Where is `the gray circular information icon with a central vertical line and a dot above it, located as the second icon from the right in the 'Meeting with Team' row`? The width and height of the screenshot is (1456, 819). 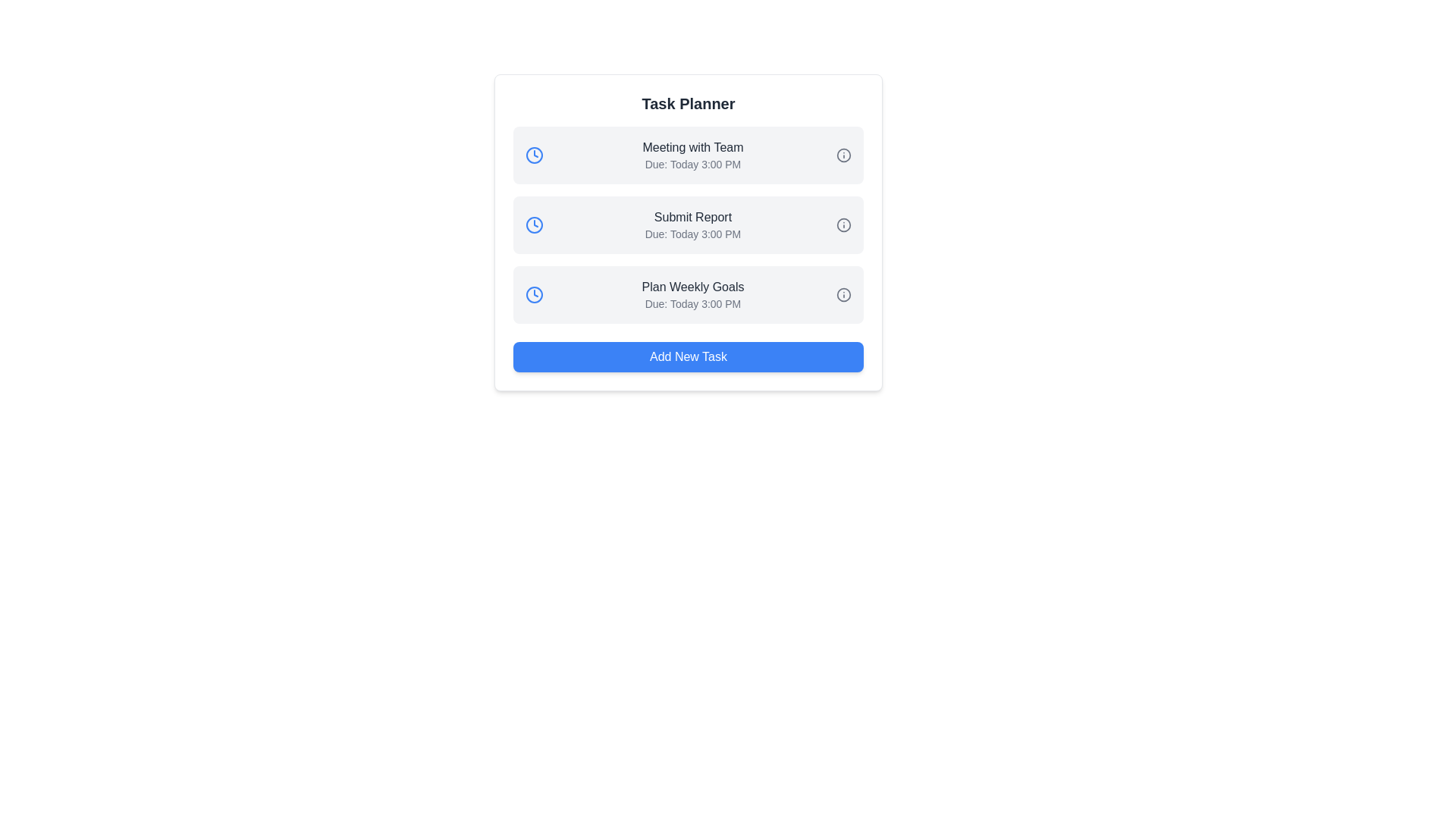
the gray circular information icon with a central vertical line and a dot above it, located as the second icon from the right in the 'Meeting with Team' row is located at coordinates (843, 155).